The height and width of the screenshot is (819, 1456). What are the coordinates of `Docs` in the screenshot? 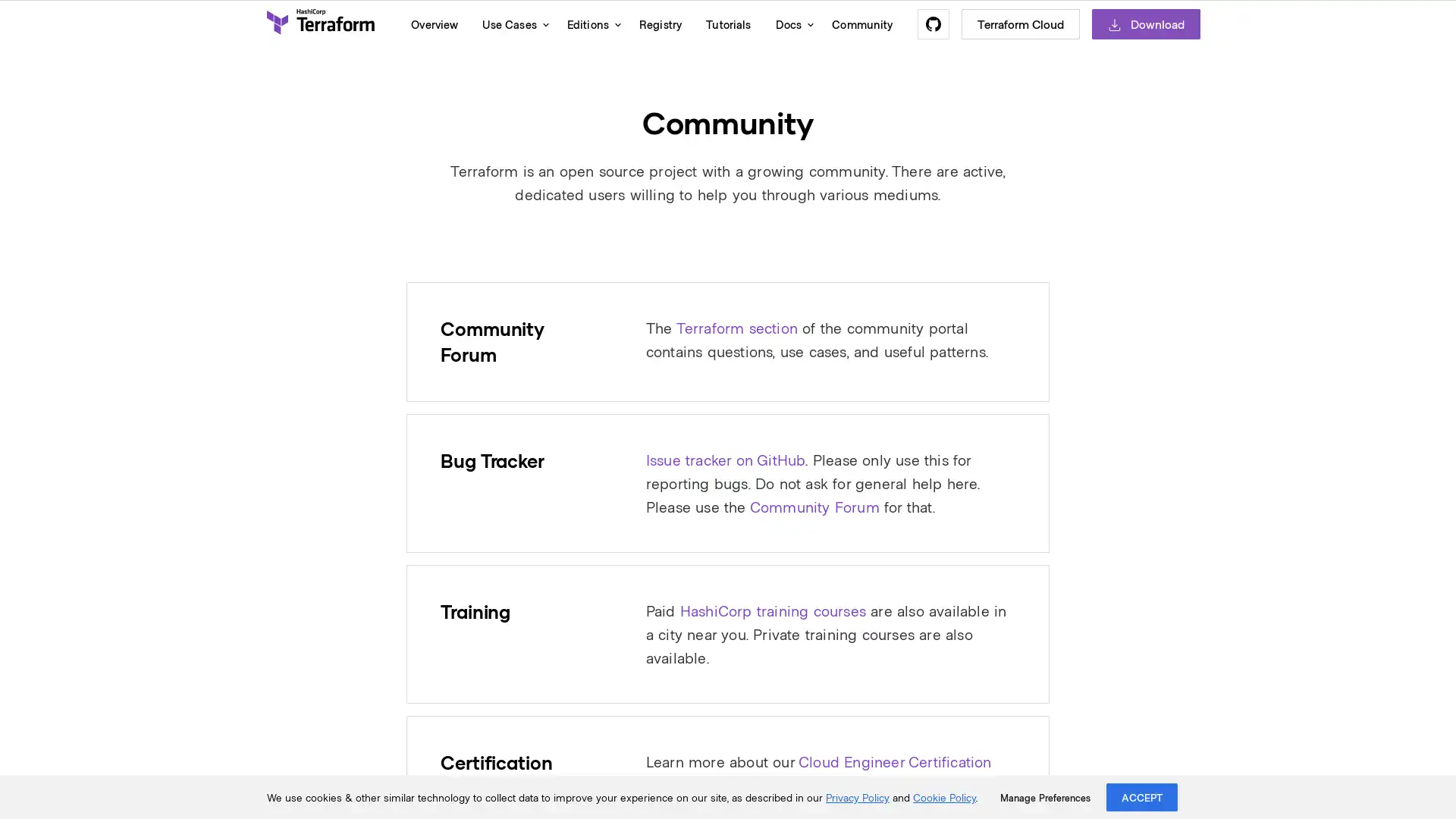 It's located at (790, 24).